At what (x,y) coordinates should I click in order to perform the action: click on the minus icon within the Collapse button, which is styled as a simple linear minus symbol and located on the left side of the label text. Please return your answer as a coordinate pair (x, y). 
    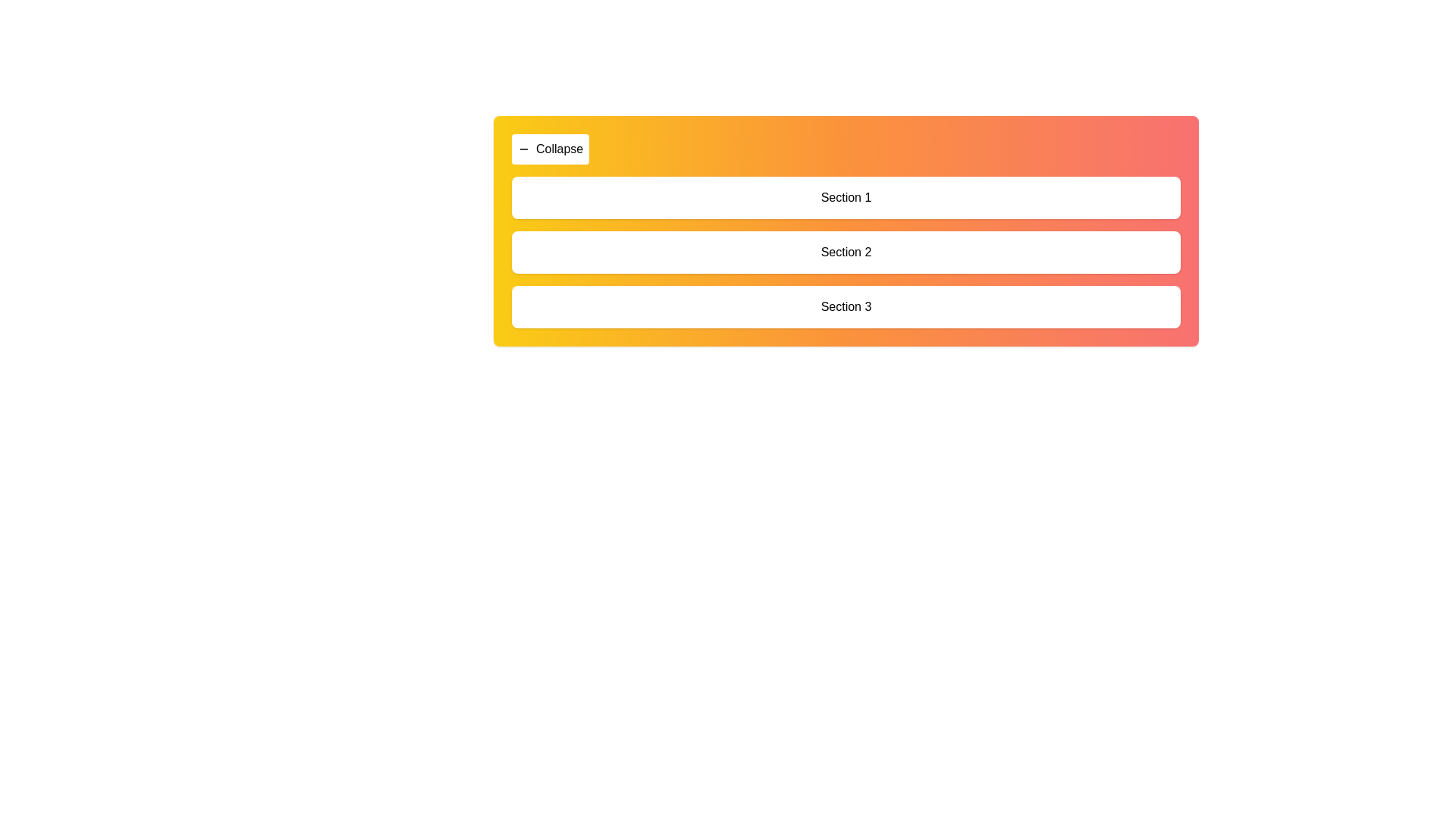
    Looking at the image, I should click on (524, 149).